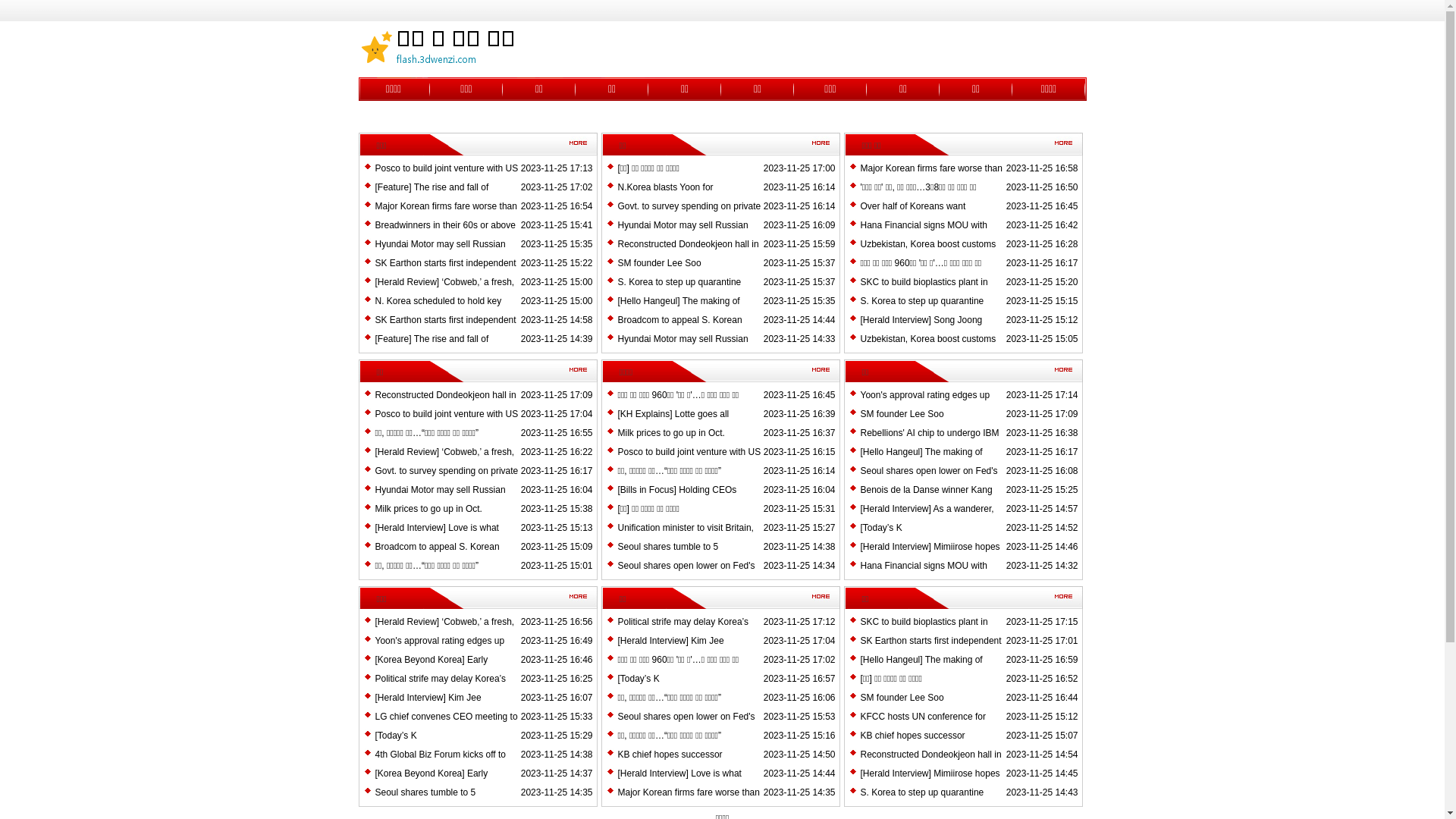  I want to click on 'Milk prices to go up in Oct.', so click(670, 432).